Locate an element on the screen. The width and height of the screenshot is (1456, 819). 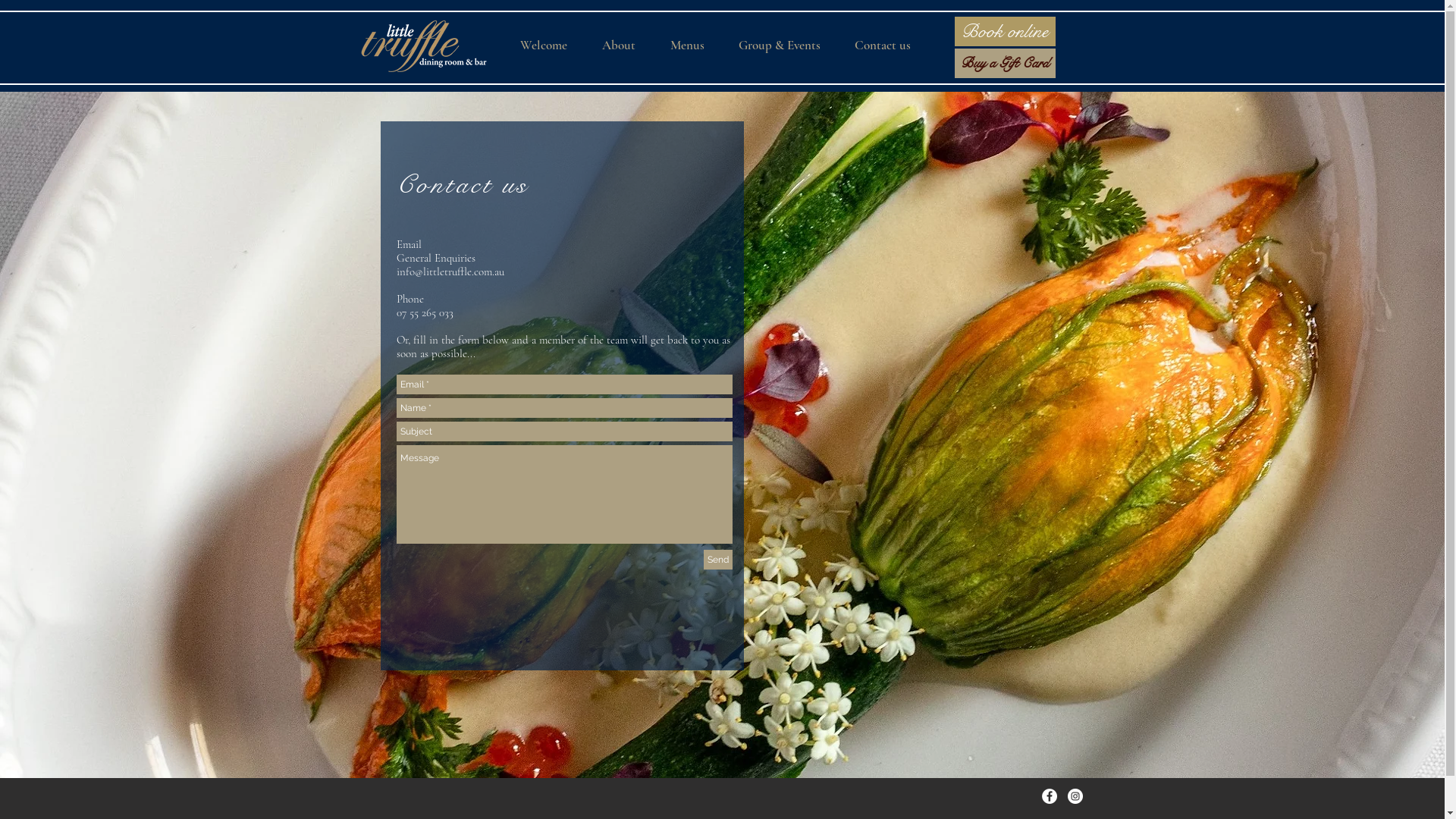
'Book online' is located at coordinates (1004, 31).